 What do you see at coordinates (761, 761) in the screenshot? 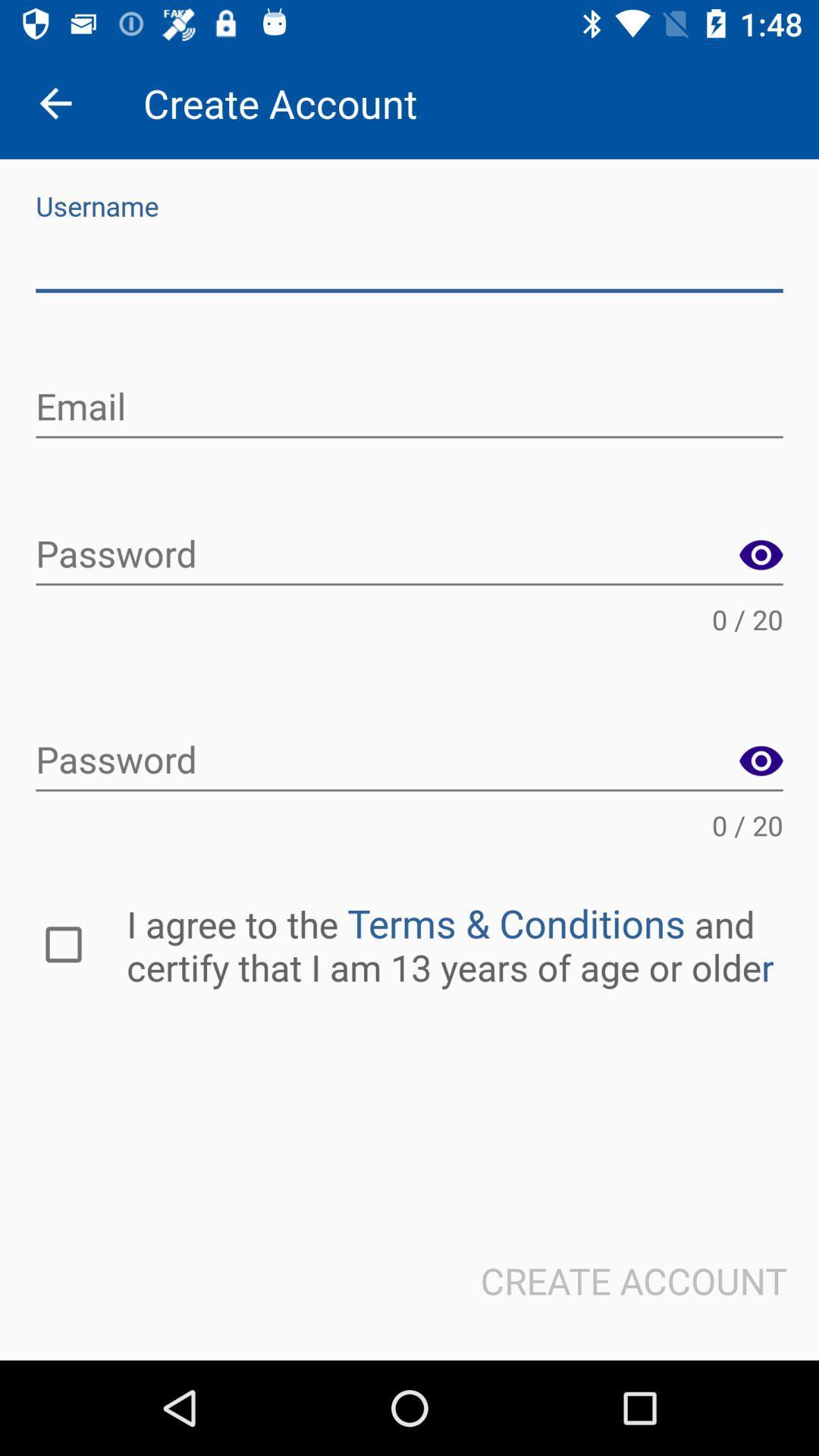
I see `password` at bounding box center [761, 761].